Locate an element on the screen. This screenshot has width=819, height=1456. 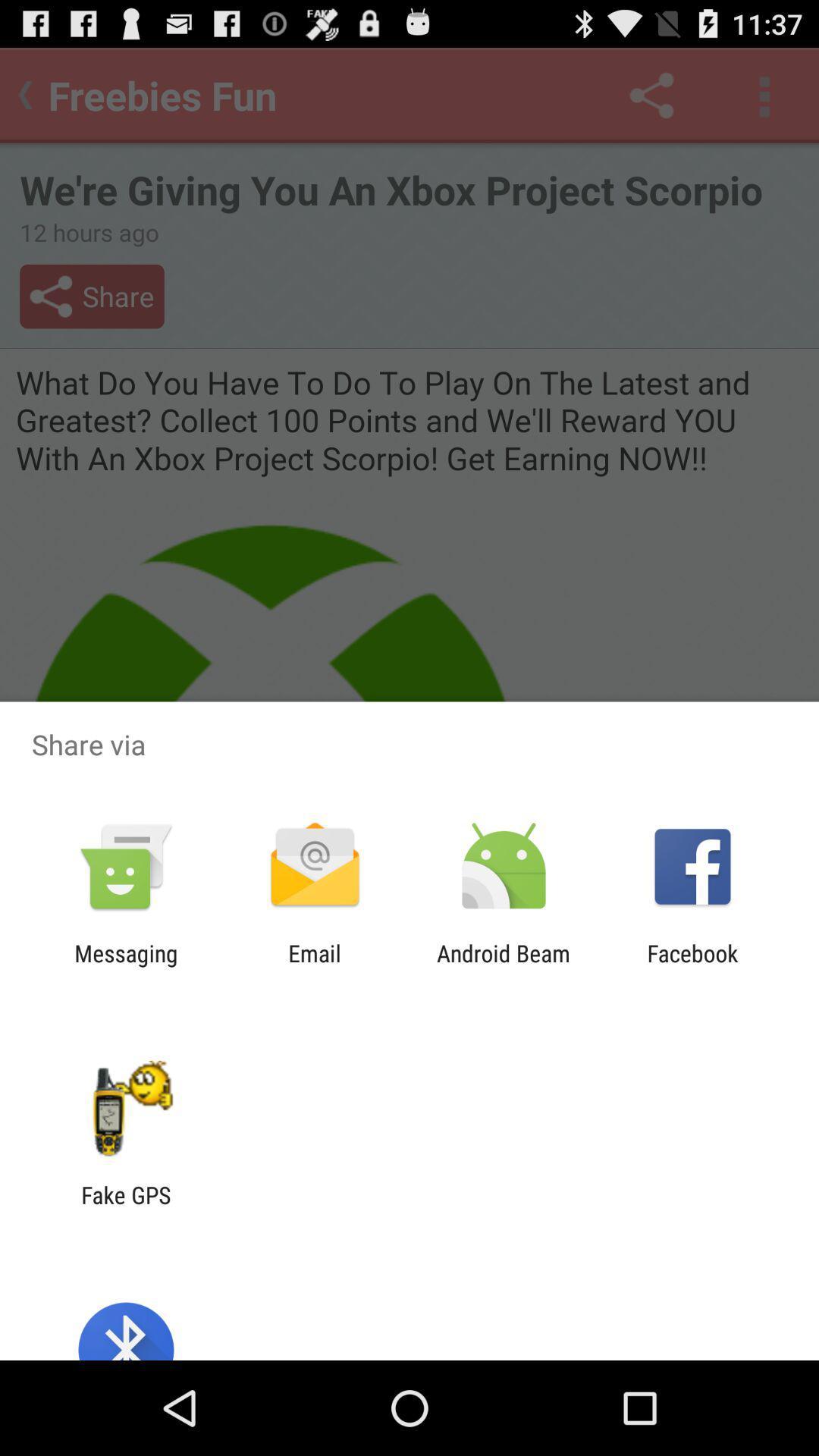
icon to the right of messaging icon is located at coordinates (314, 966).